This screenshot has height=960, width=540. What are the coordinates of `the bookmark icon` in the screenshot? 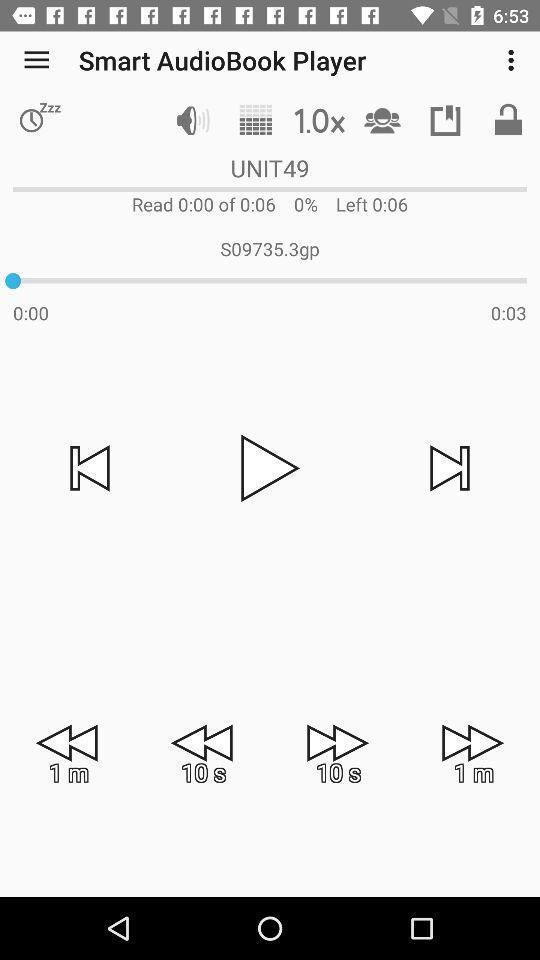 It's located at (445, 120).